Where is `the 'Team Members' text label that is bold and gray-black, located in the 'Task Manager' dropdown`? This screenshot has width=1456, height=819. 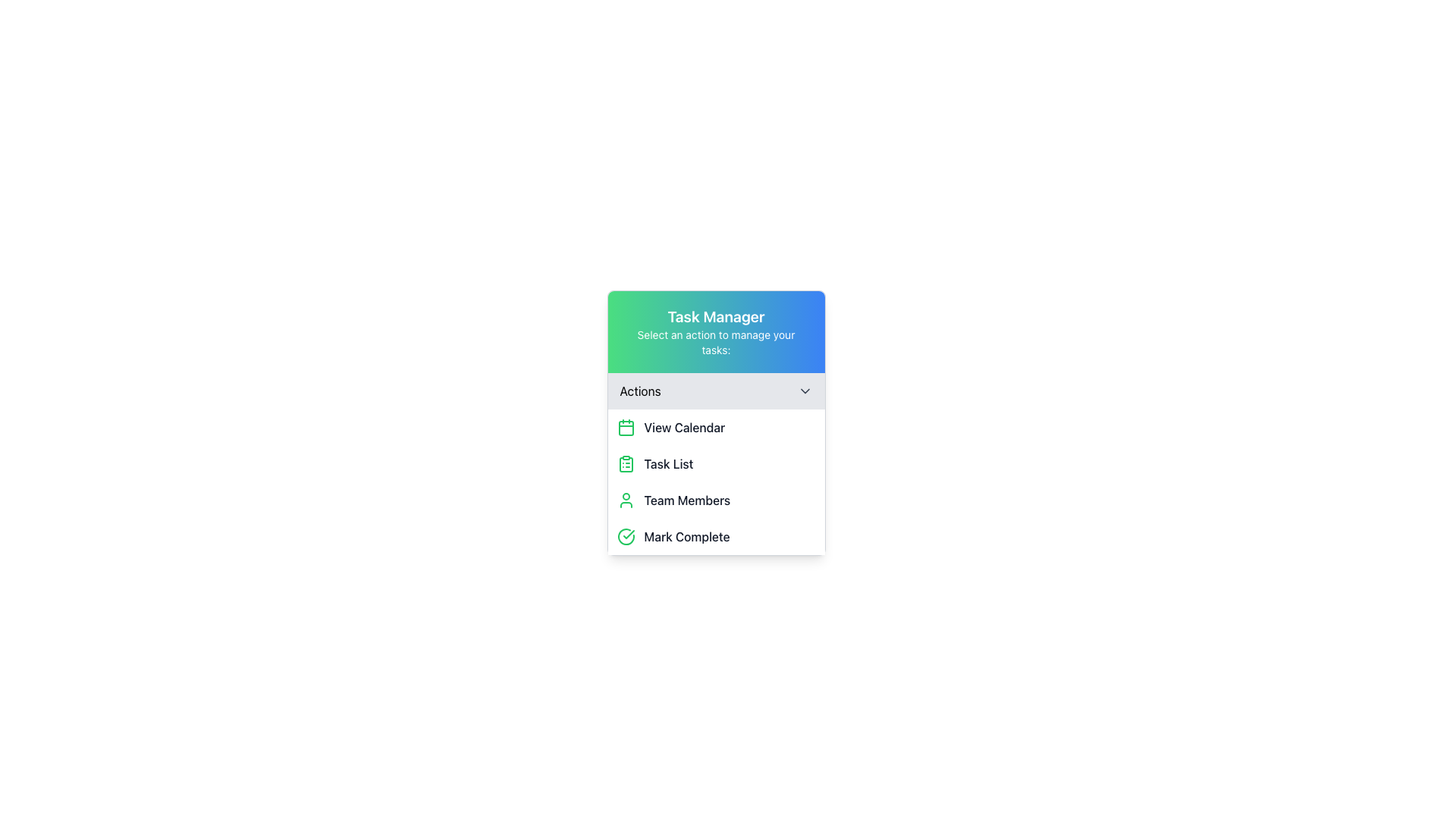
the 'Team Members' text label that is bold and gray-black, located in the 'Task Manager' dropdown is located at coordinates (686, 500).